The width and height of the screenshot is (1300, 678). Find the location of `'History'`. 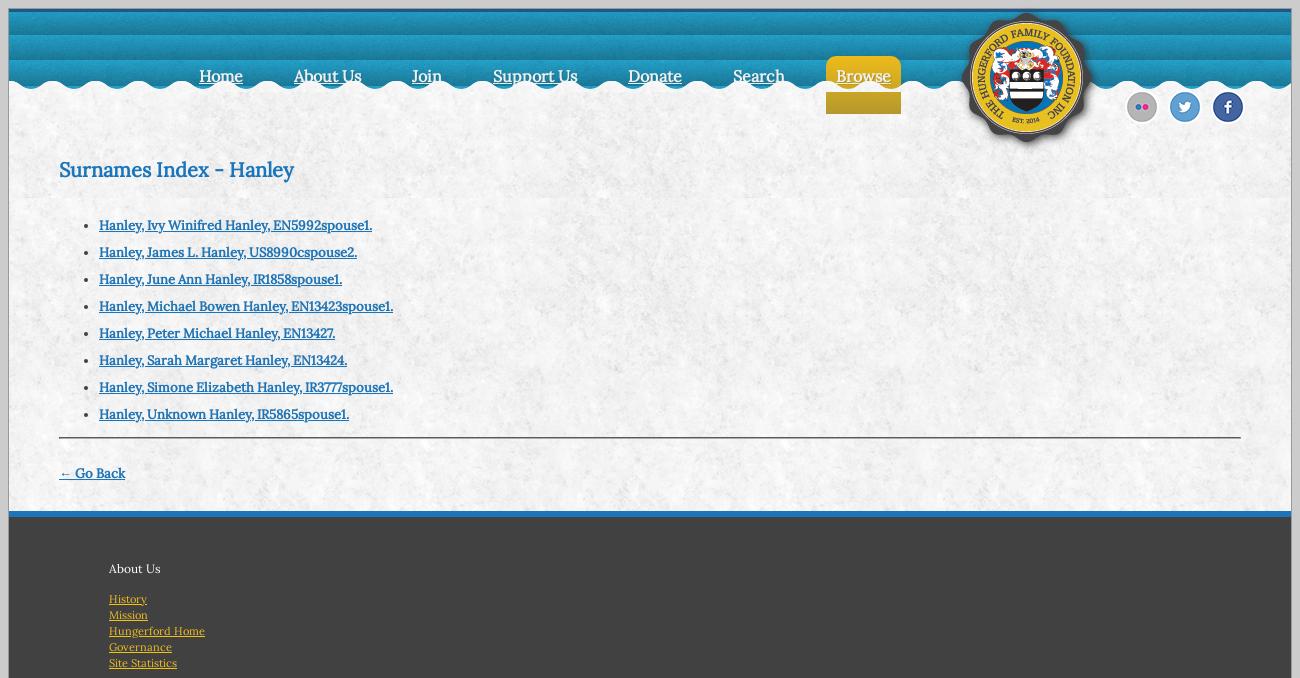

'History' is located at coordinates (127, 596).